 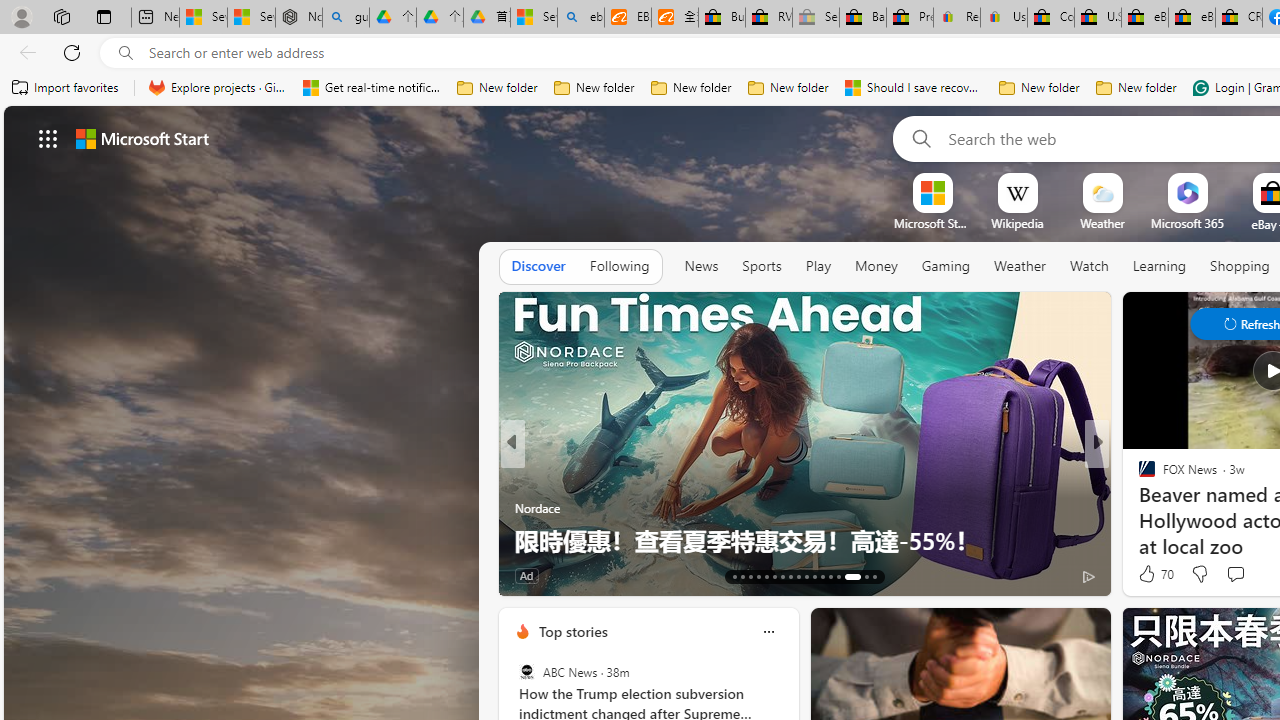 I want to click on 'Wikipedia', so click(x=1017, y=223).